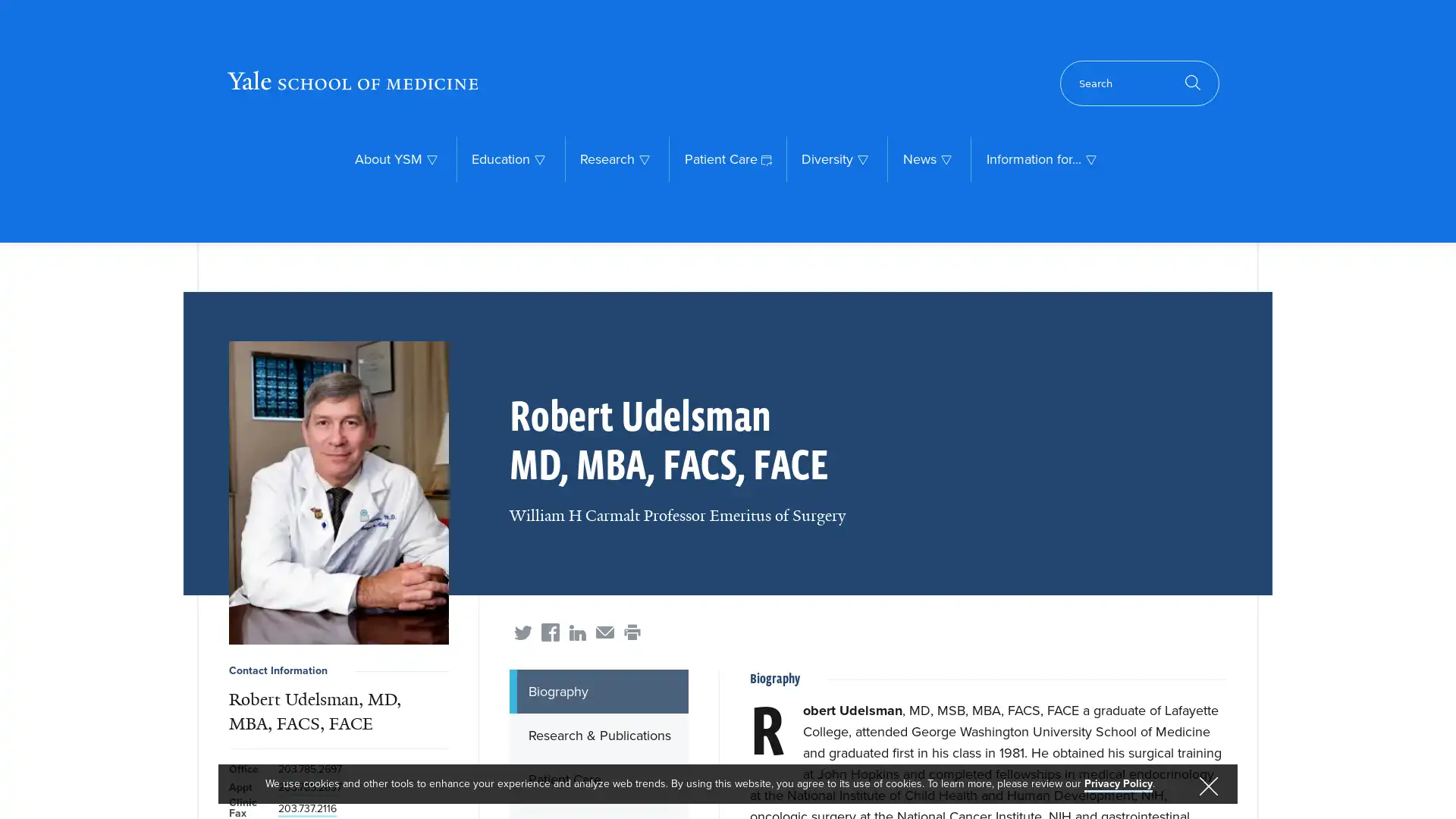 The image size is (1456, 819). I want to click on Print page, so click(632, 632).